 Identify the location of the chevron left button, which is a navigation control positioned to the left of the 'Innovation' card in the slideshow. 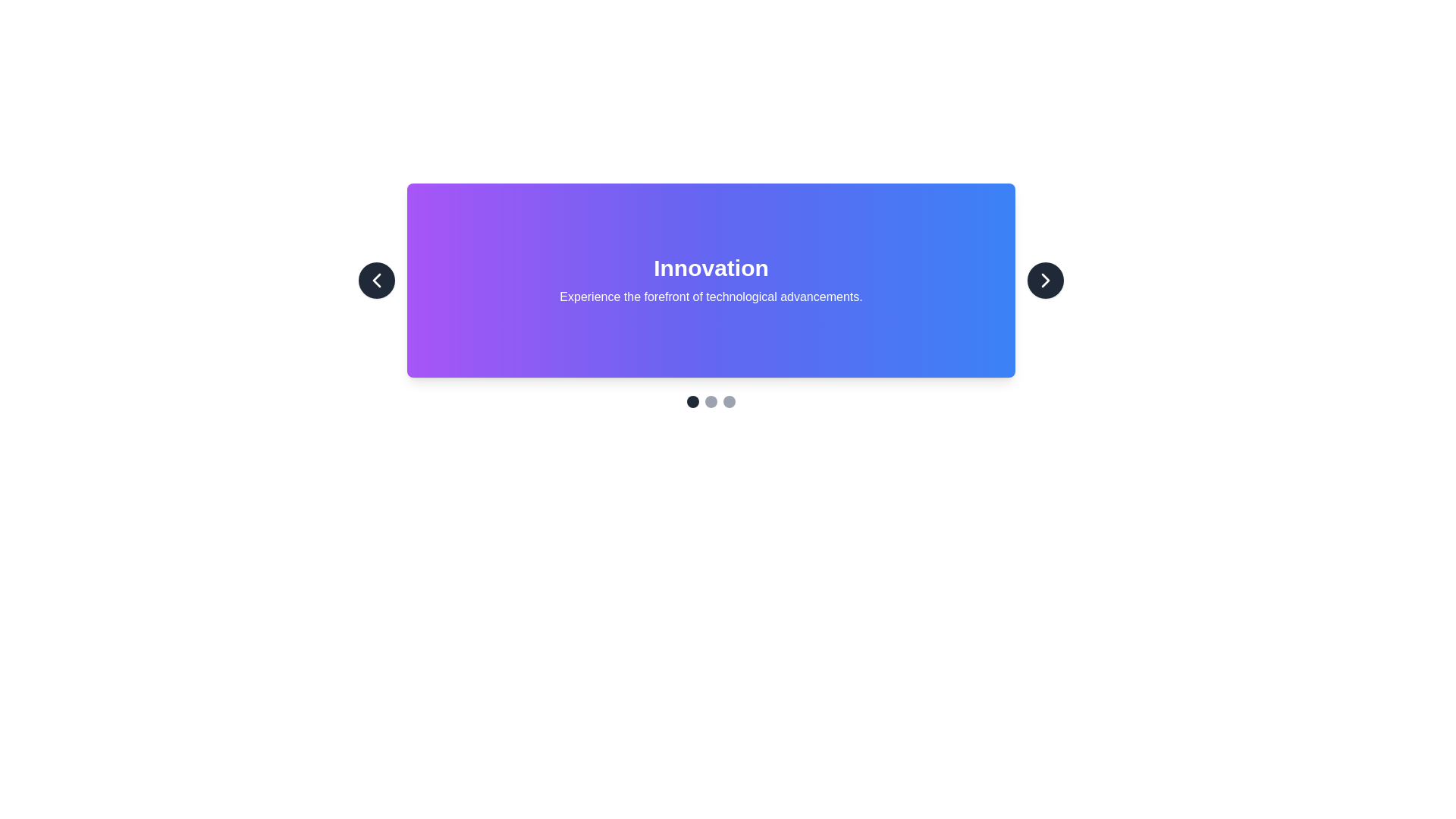
(377, 281).